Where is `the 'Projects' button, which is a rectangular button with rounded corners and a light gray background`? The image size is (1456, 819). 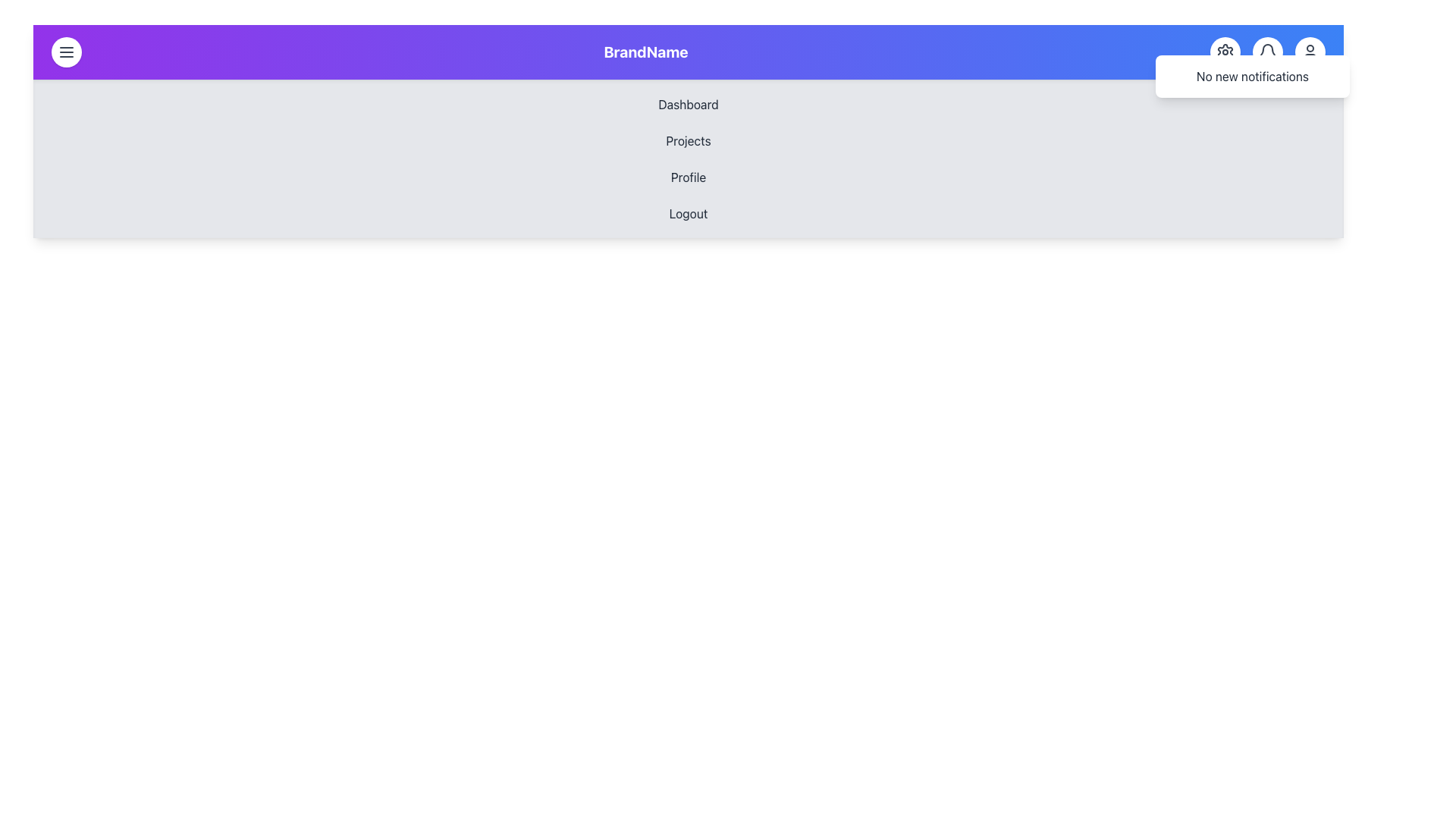 the 'Projects' button, which is a rectangular button with rounded corners and a light gray background is located at coordinates (687, 140).